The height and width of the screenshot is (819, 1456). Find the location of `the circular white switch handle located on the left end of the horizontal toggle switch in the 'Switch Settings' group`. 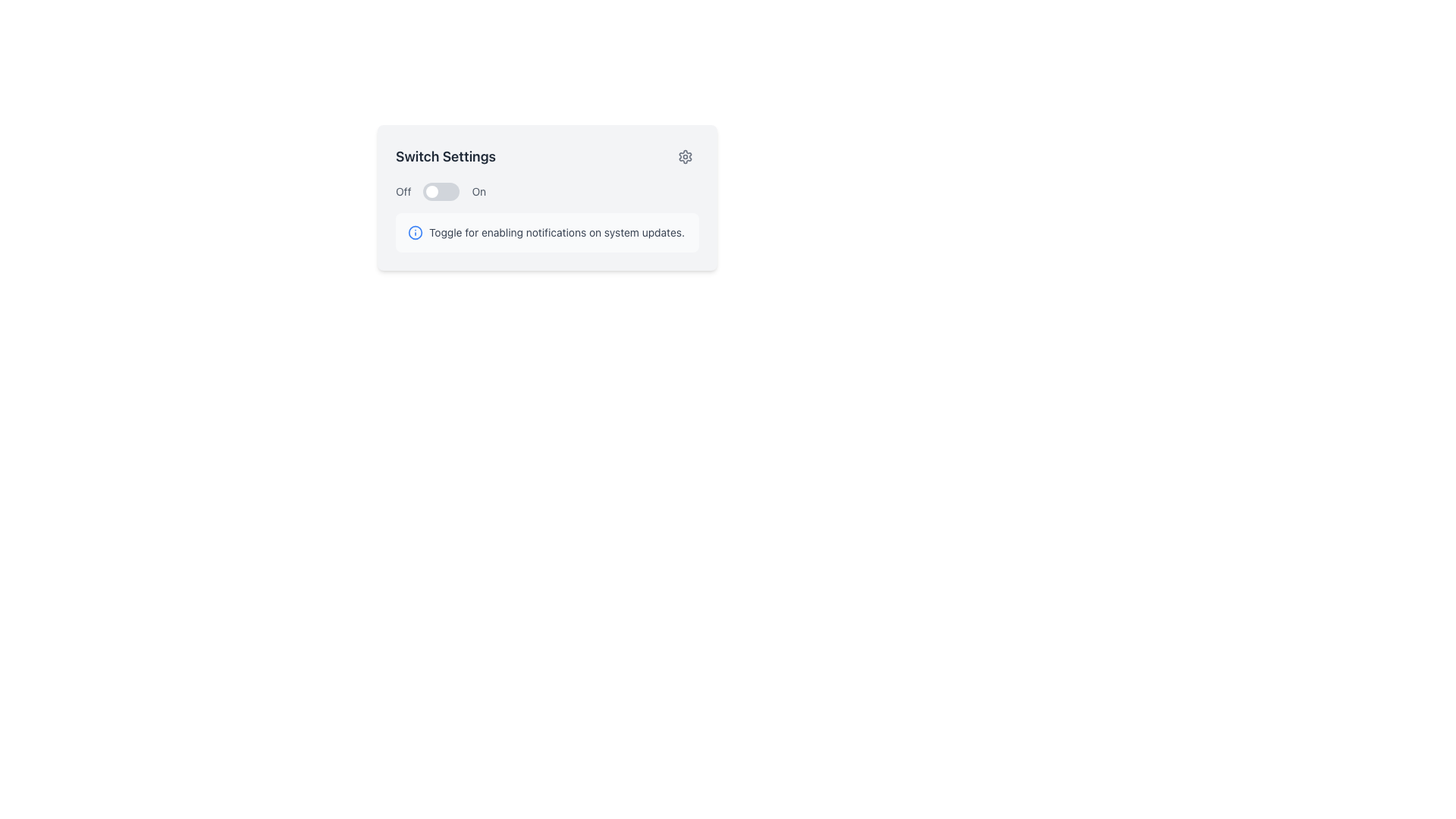

the circular white switch handle located on the left end of the horizontal toggle switch in the 'Switch Settings' group is located at coordinates (431, 191).